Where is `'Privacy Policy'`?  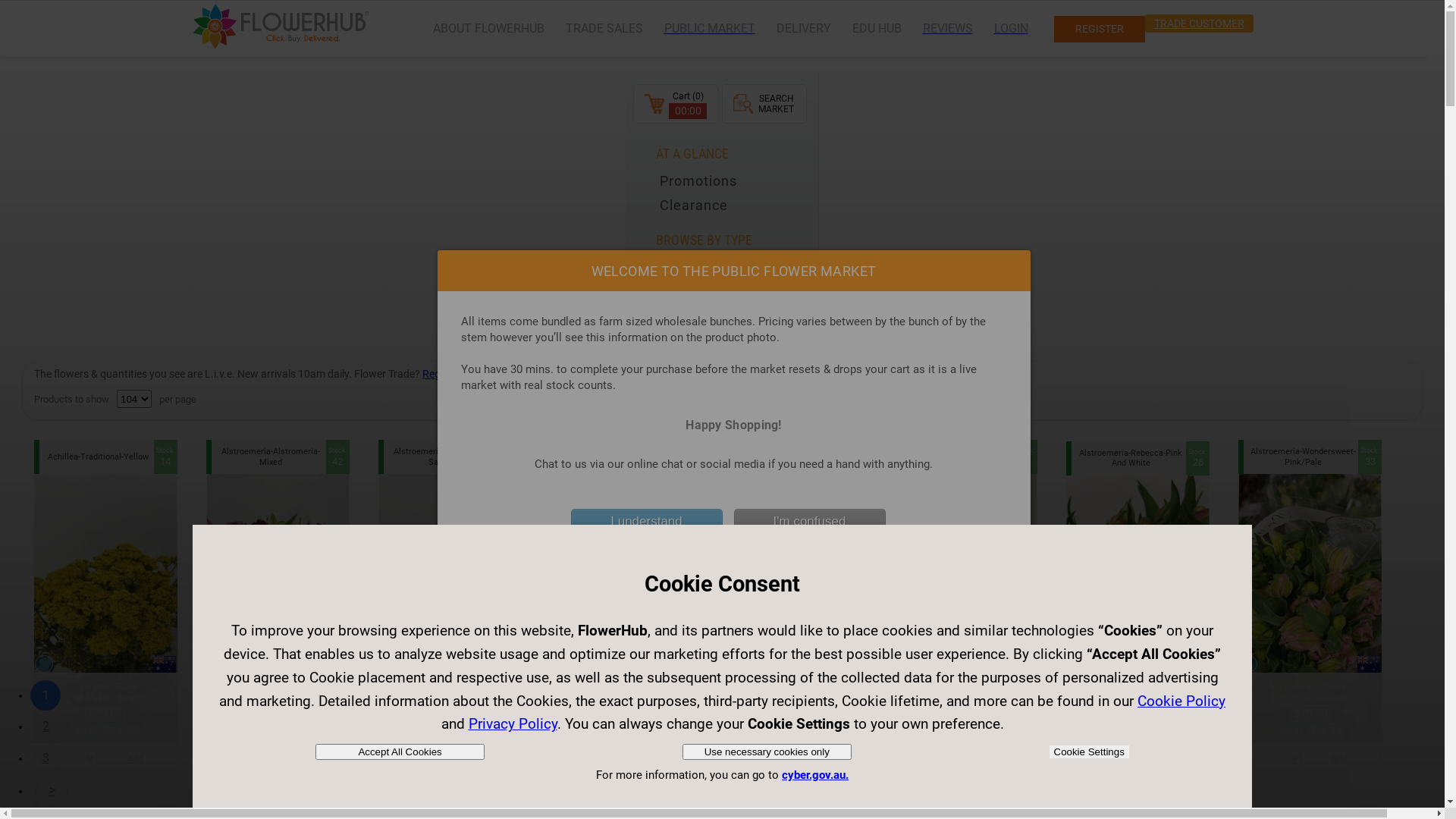
'Privacy Policy' is located at coordinates (513, 723).